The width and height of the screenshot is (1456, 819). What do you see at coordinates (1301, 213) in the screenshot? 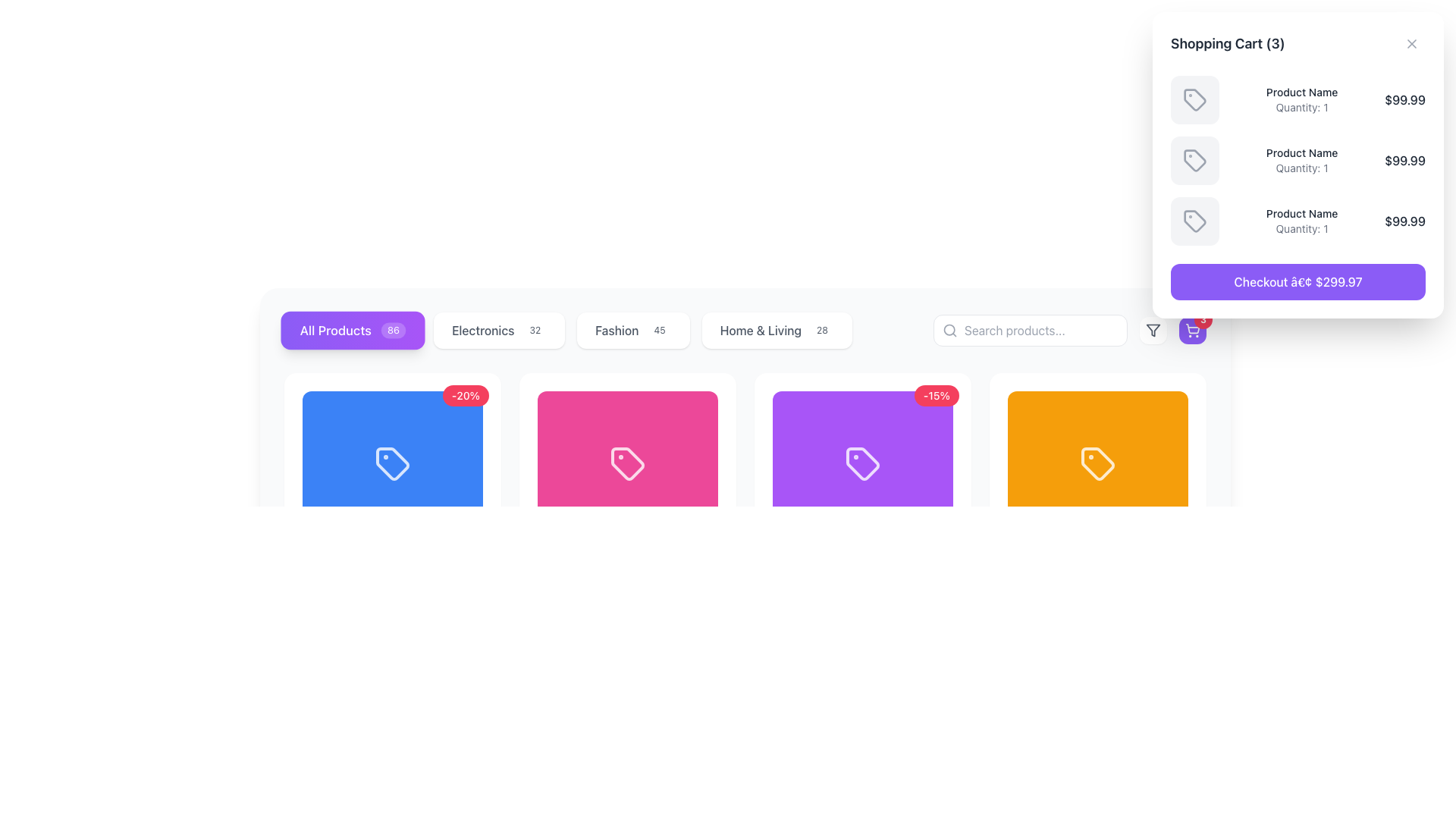
I see `the 'Product Name' text label displayed in a small font size with medium weight and dark gray color, located in the shopping cart modal on the right-hand side, under the third list item` at bounding box center [1301, 213].